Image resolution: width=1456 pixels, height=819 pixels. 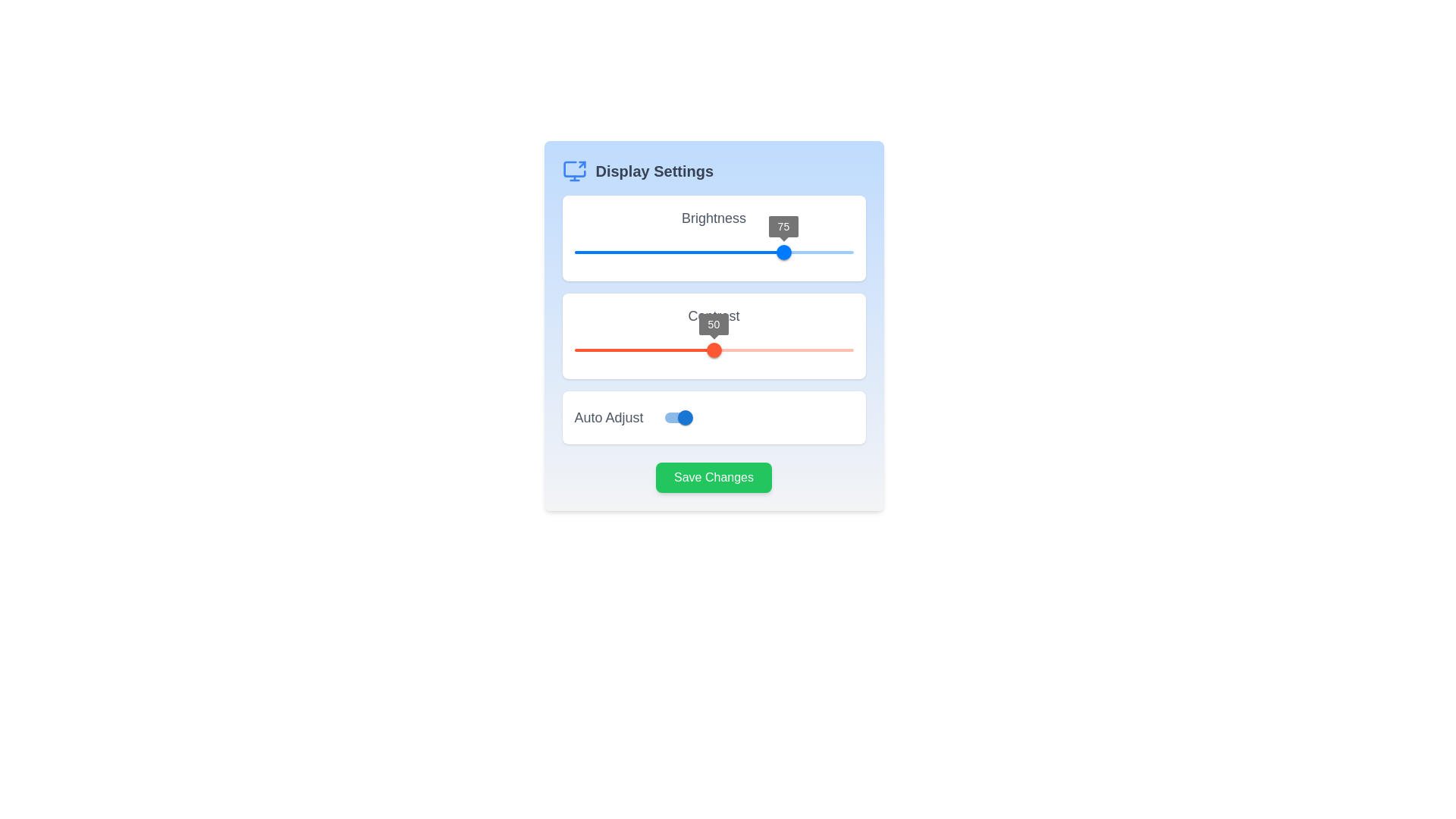 What do you see at coordinates (677, 350) in the screenshot?
I see `the contrast` at bounding box center [677, 350].